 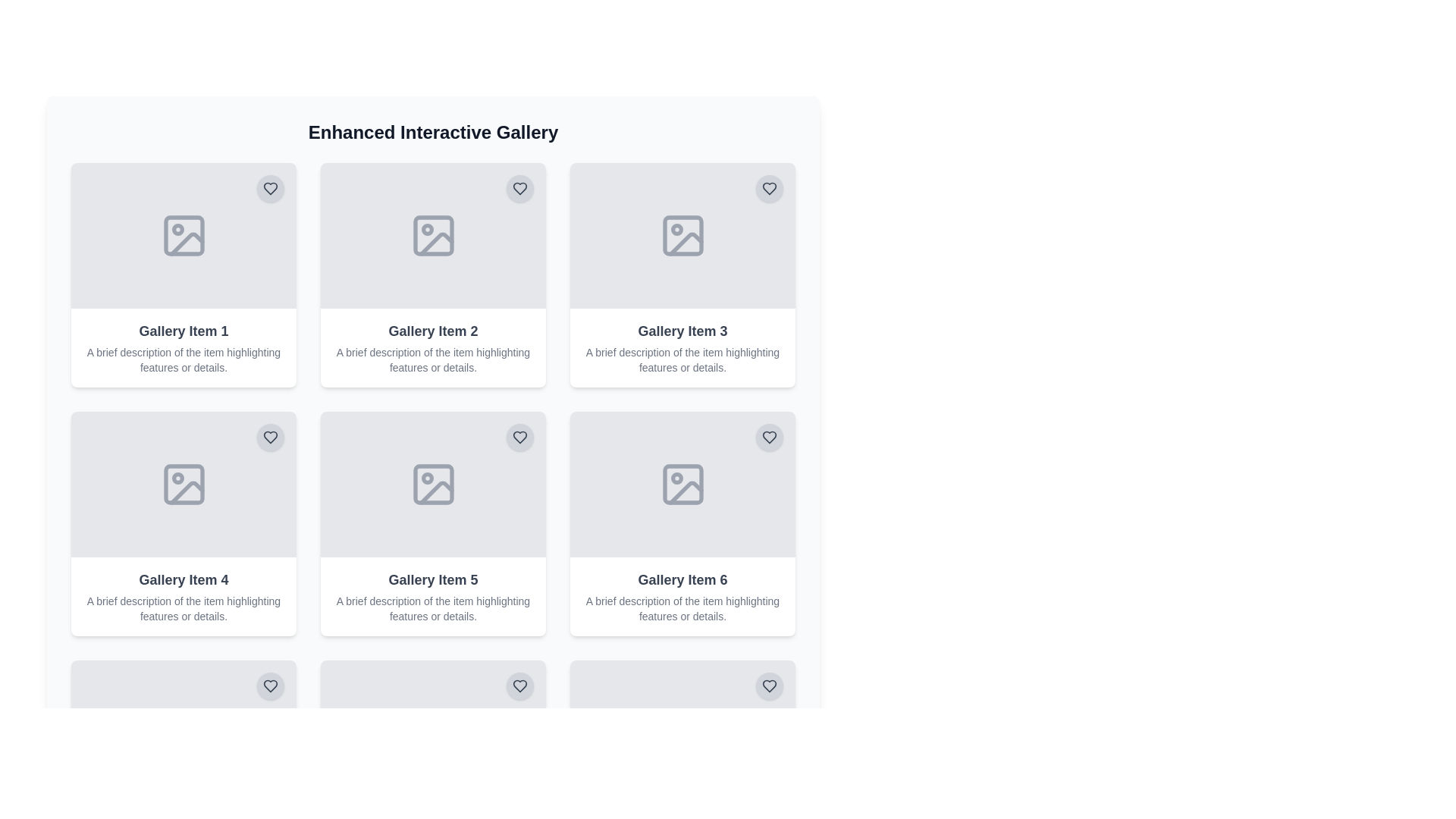 I want to click on the SVG icon representing 'Gallery Item 5' located centrally within the card in the 'Enhanced Interactive Gallery' section, so click(x=432, y=485).